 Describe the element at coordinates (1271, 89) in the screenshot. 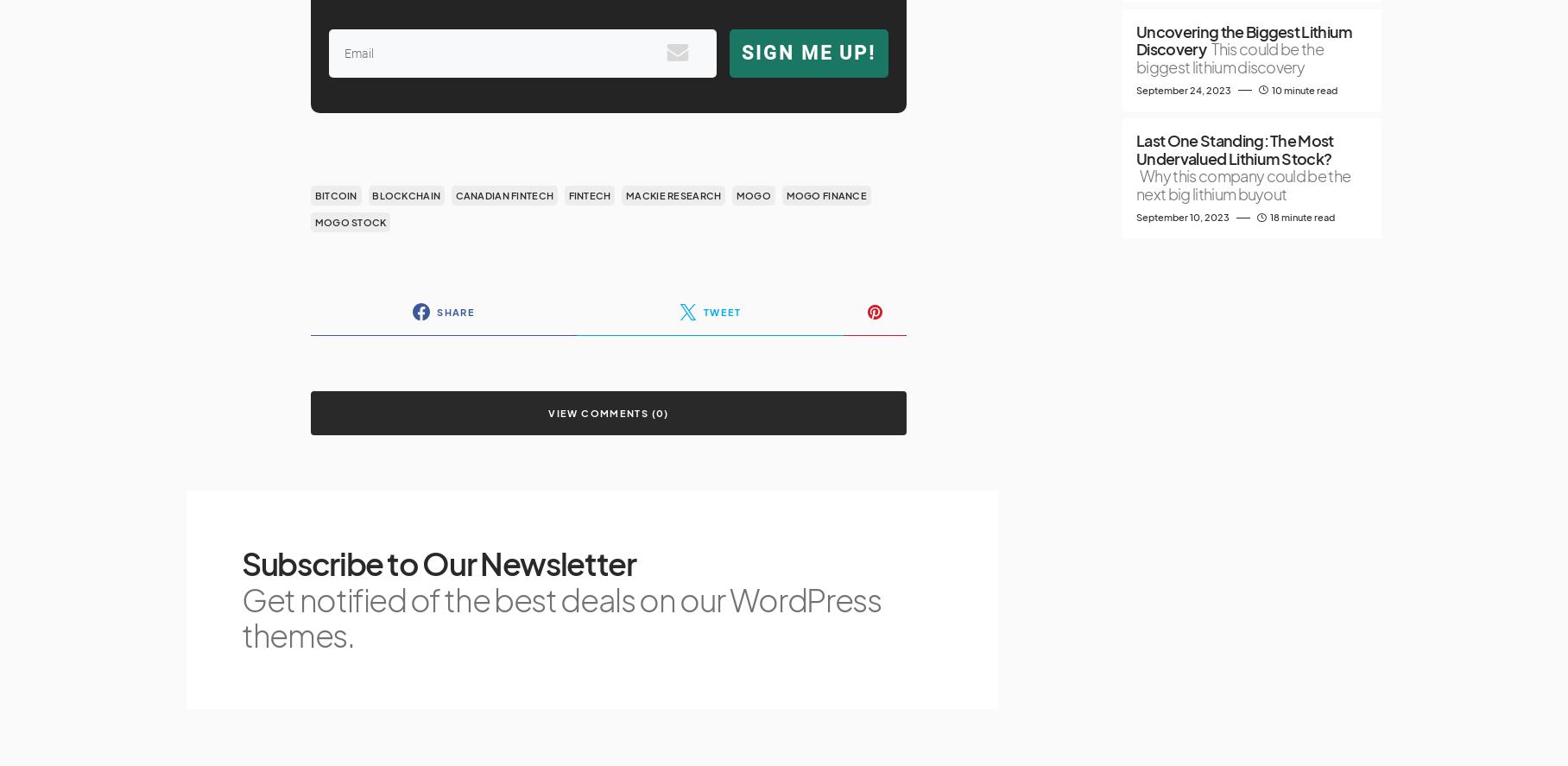

I see `'10 minute read'` at that location.